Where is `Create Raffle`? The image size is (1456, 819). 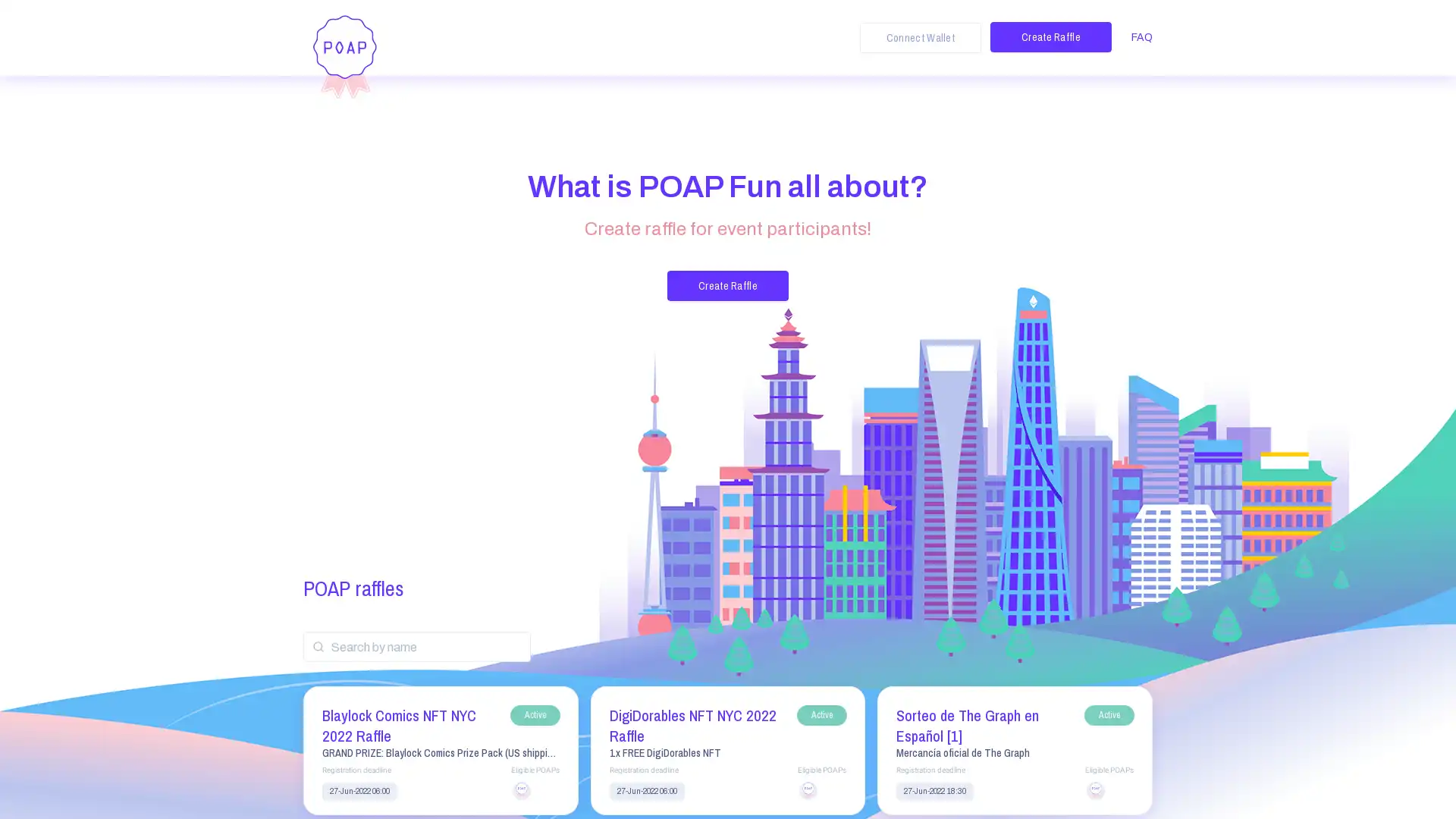 Create Raffle is located at coordinates (1050, 36).